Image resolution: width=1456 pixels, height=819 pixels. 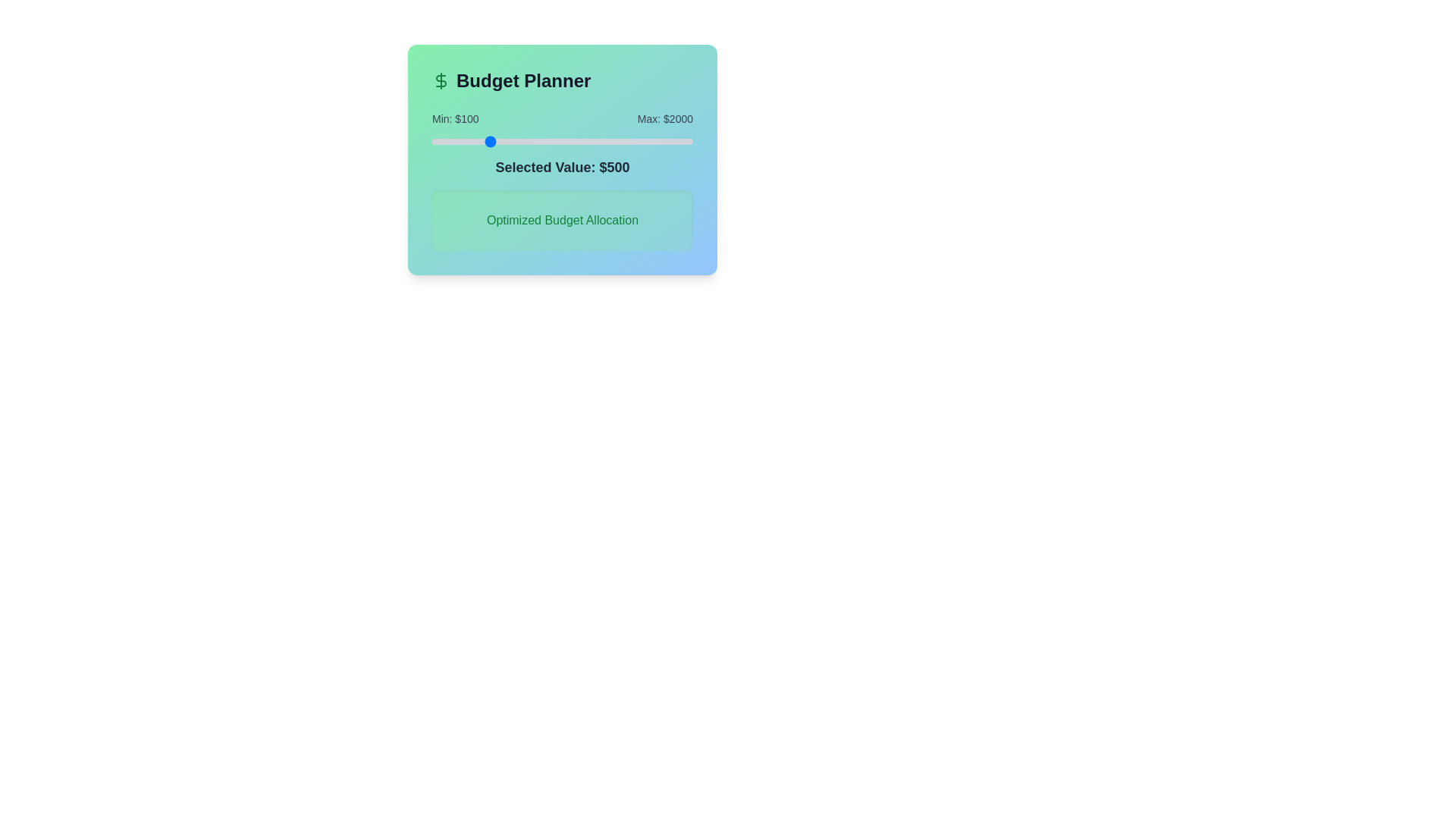 I want to click on the slider to the desired value 310, so click(x=460, y=141).